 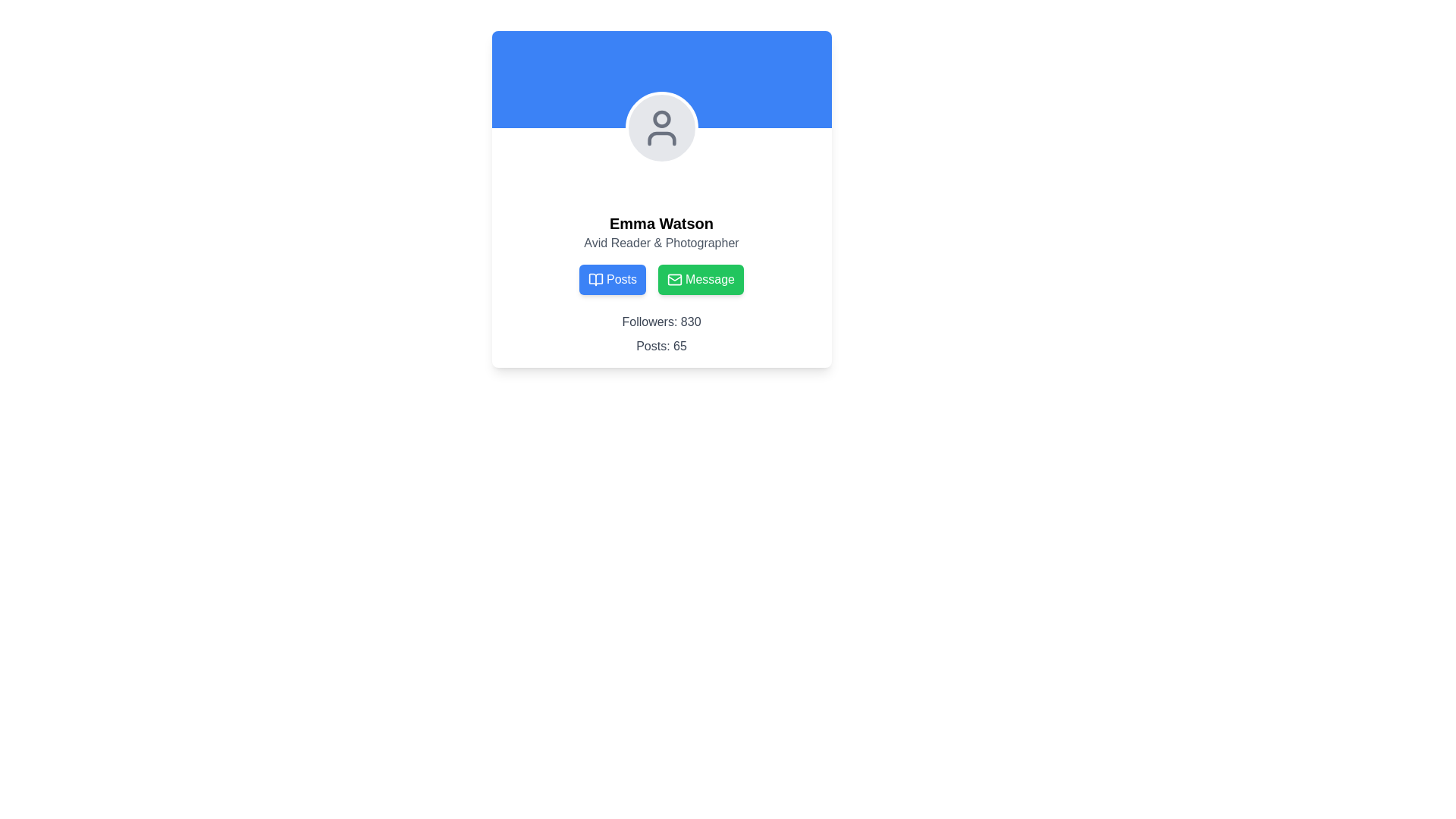 What do you see at coordinates (661, 346) in the screenshot?
I see `the text element that displays 'Posts: 65' located in a white card interface, positioned below 'Followers: 830'` at bounding box center [661, 346].